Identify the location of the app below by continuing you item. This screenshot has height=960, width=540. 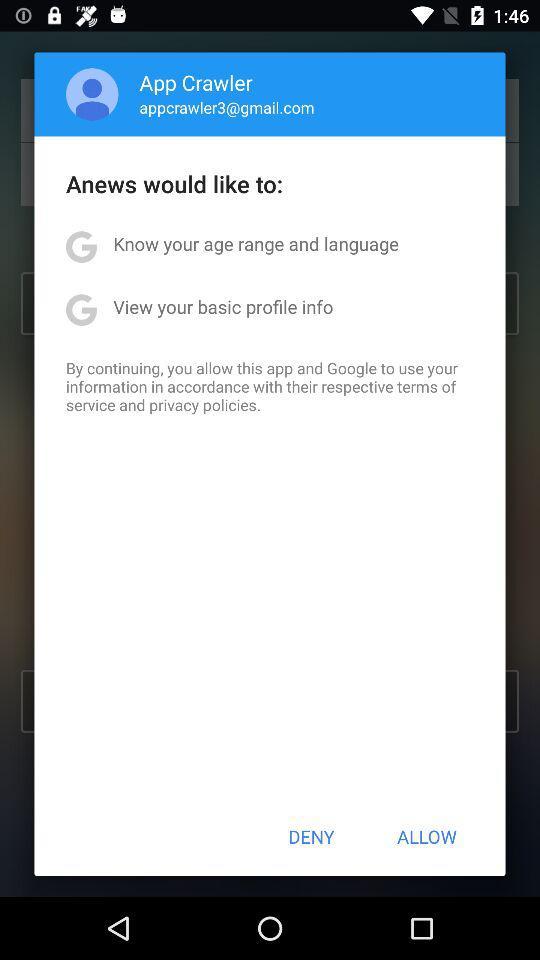
(311, 836).